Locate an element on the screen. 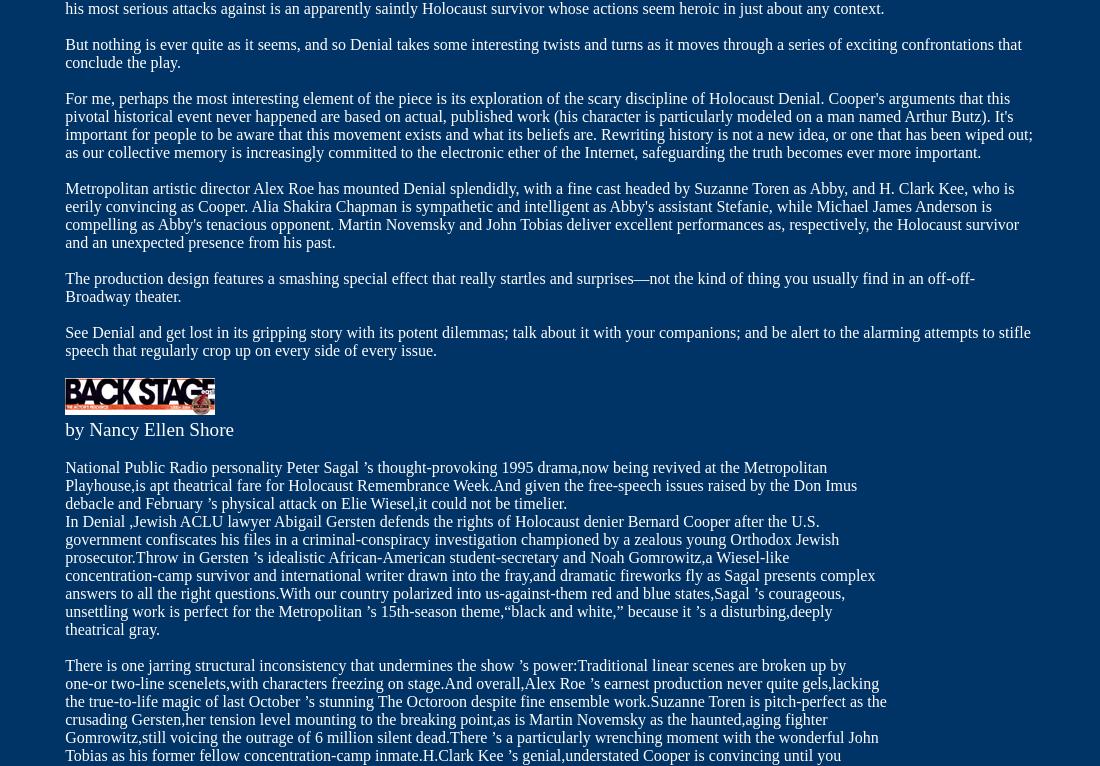  'Metropolitan artistic director Alex Roe has mounted Denial splendidly,
with a fine cast headed by Suzanne Toren as Abby, and H. Clark Kee, who
is eerily convincing as Cooper. Alia Shakira Chapman is sympathetic and
intelligent as Abby's assistant Stefanie, while Michael James Anderson
is compelling as Abby's tenacious opponent. Martin Novemsky and John
Tobias deliver excellent performances as, respectively, the Holocaust
survivor and an unexpected presence from his past.' is located at coordinates (64, 215).